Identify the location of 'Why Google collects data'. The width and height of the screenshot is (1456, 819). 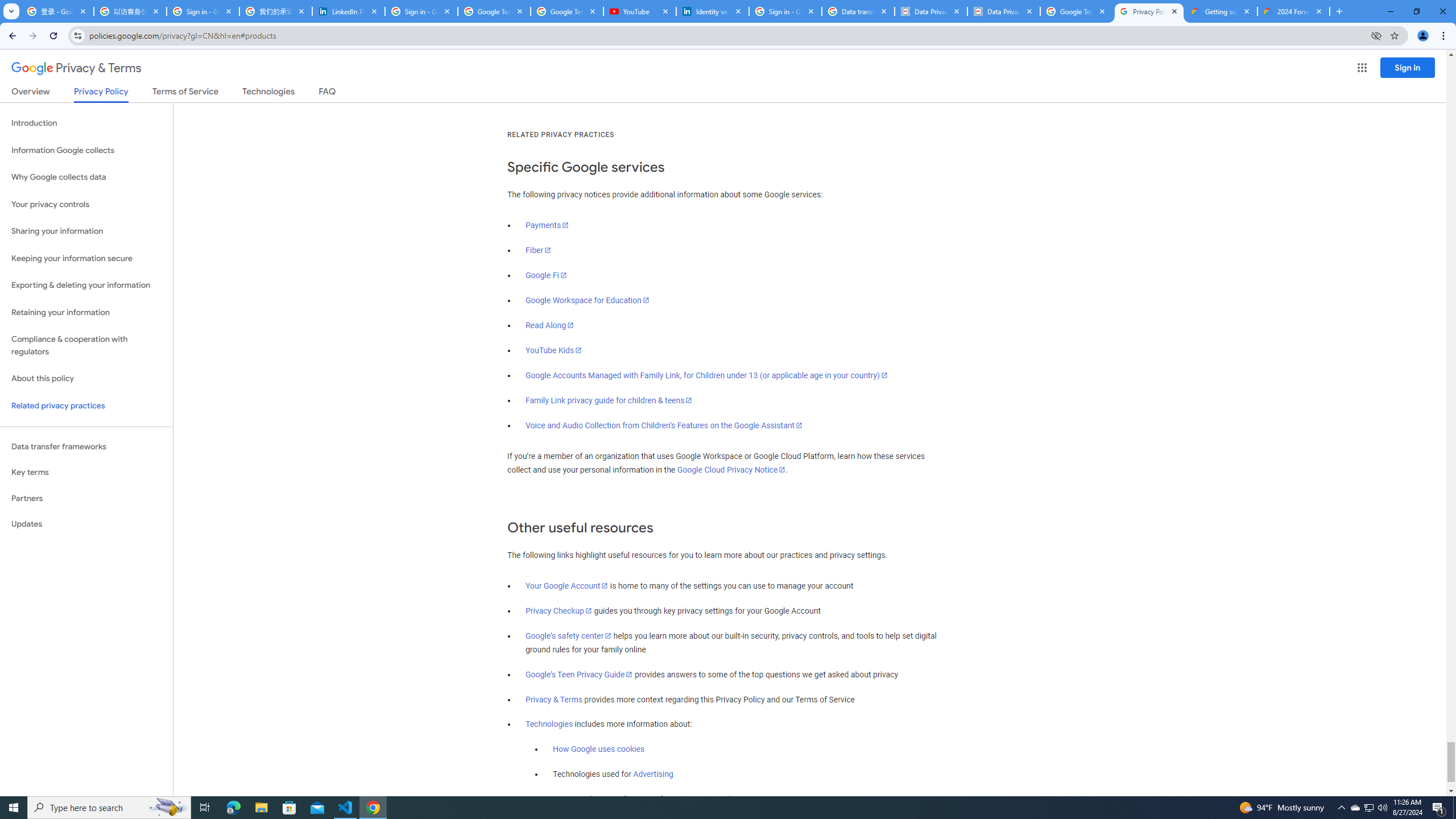
(86, 176).